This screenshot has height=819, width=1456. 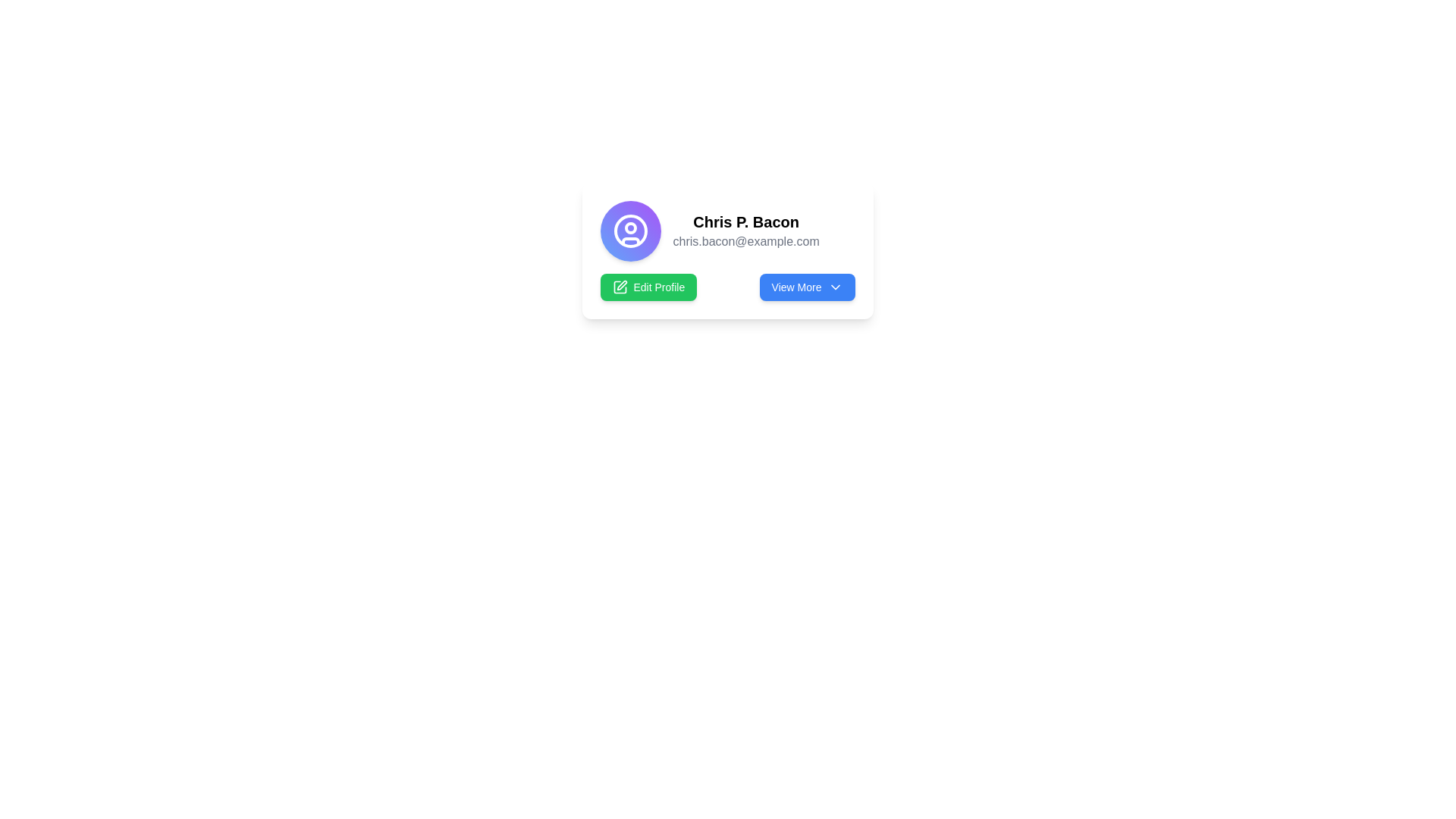 What do you see at coordinates (745, 222) in the screenshot?
I see `the bold header text reading 'Chris P. Bacon'` at bounding box center [745, 222].